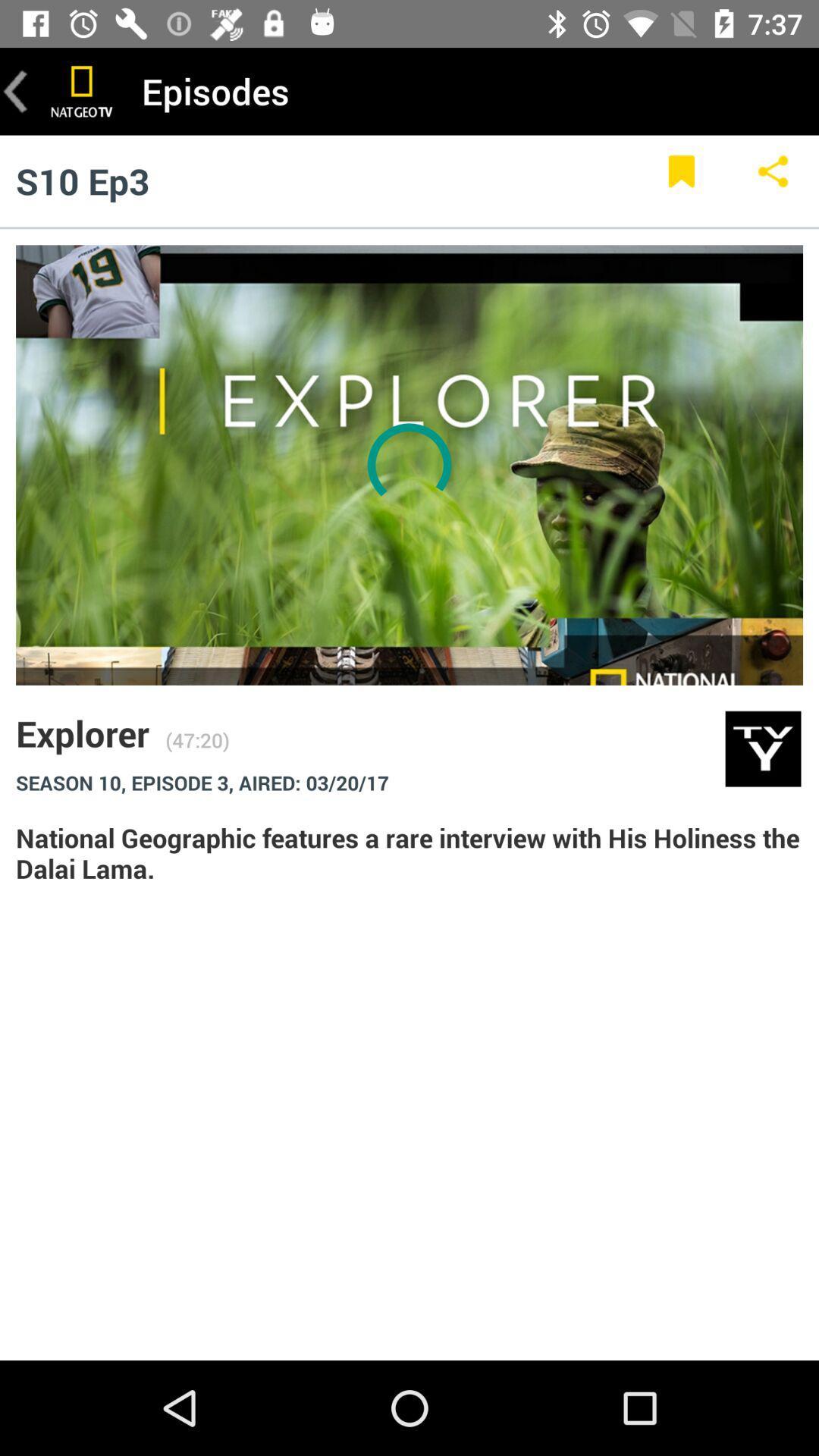 This screenshot has height=1456, width=819. Describe the element at coordinates (82, 90) in the screenshot. I see `national geographic channel` at that location.